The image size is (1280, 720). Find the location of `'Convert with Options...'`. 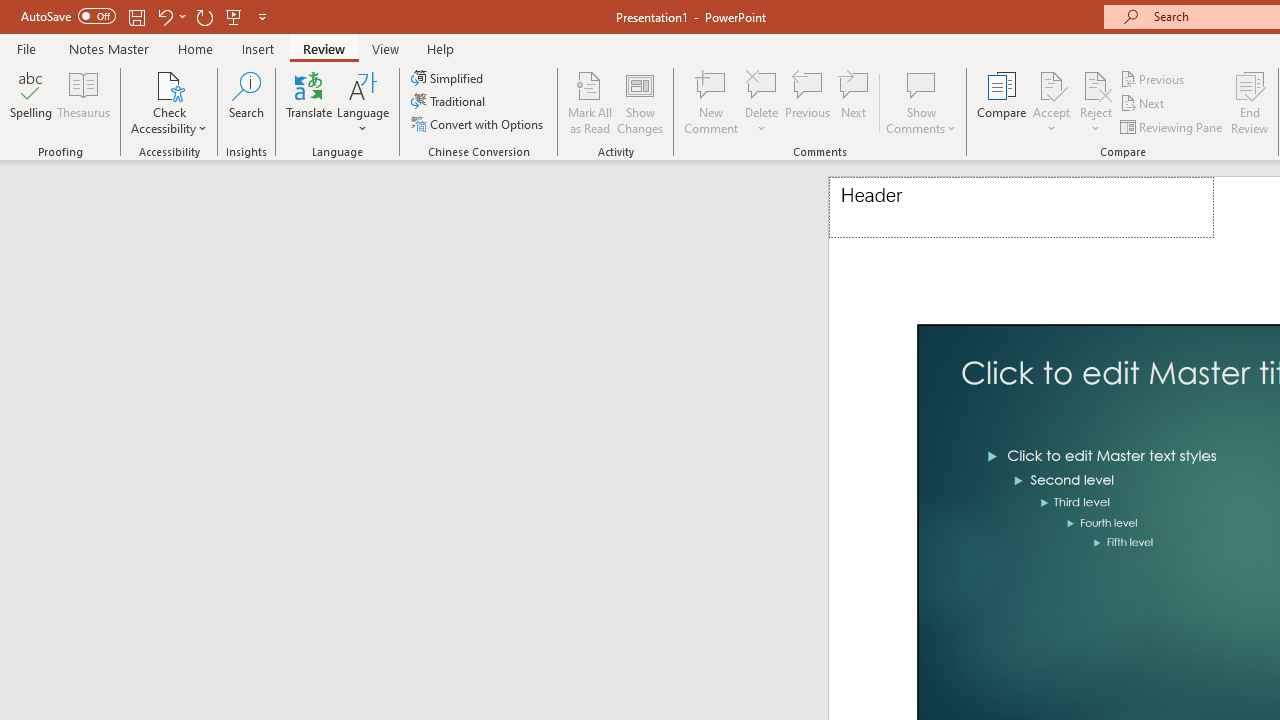

'Convert with Options...' is located at coordinates (478, 124).